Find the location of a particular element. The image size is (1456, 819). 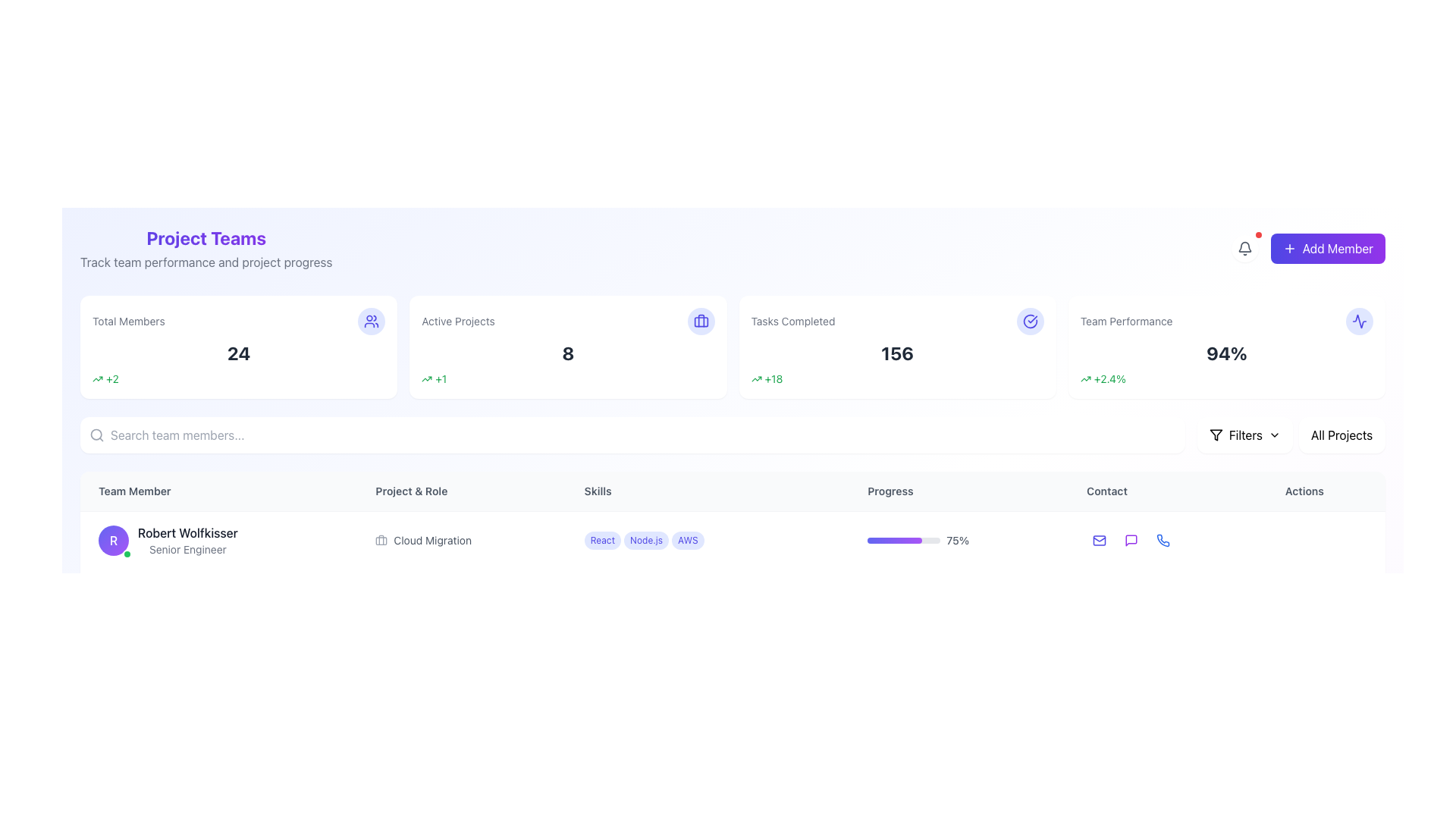

the green upward trending arrow icon indicating a positive change of 1 project in the 'Active Projects' card, located in the bottom left corner of the card is located at coordinates (426, 378).